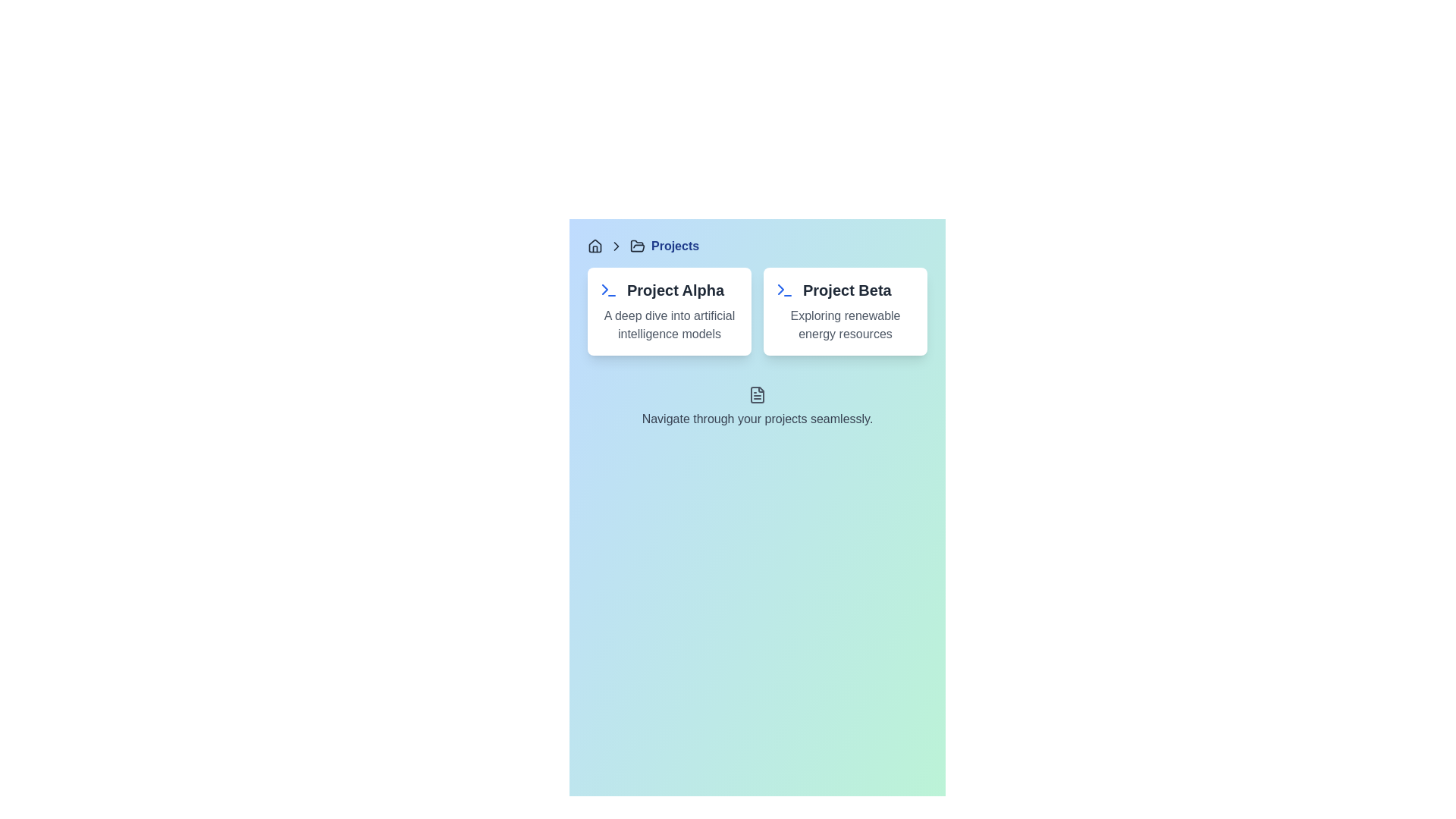 This screenshot has height=819, width=1456. What do you see at coordinates (785, 290) in the screenshot?
I see `the terminal icon representing command-line functionality for the 'Project Beta' project, which is located on the left side of the second project card in a horizontal list` at bounding box center [785, 290].